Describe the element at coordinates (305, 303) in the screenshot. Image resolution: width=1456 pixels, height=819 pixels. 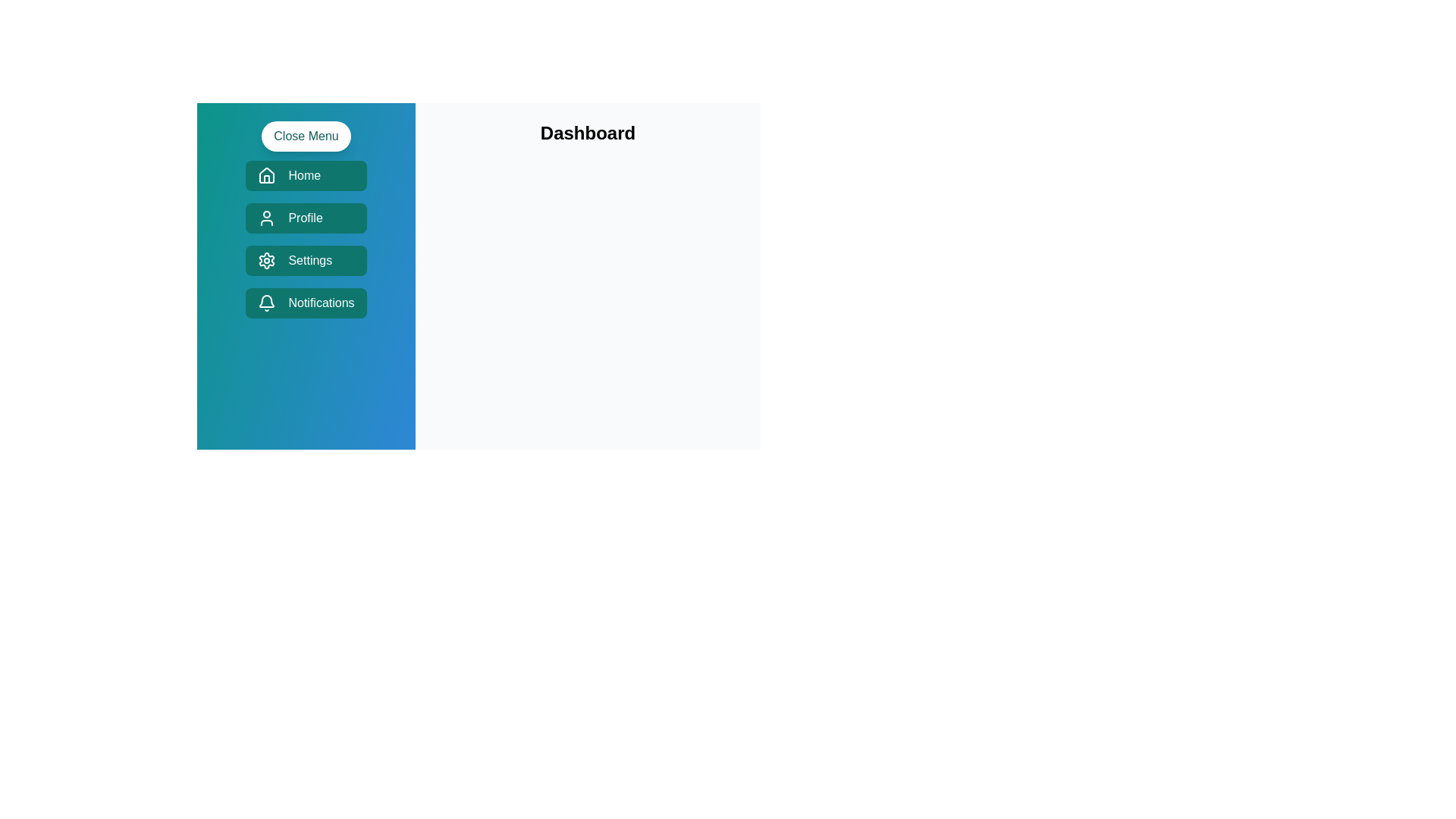
I see `the 'Notifications' button` at that location.